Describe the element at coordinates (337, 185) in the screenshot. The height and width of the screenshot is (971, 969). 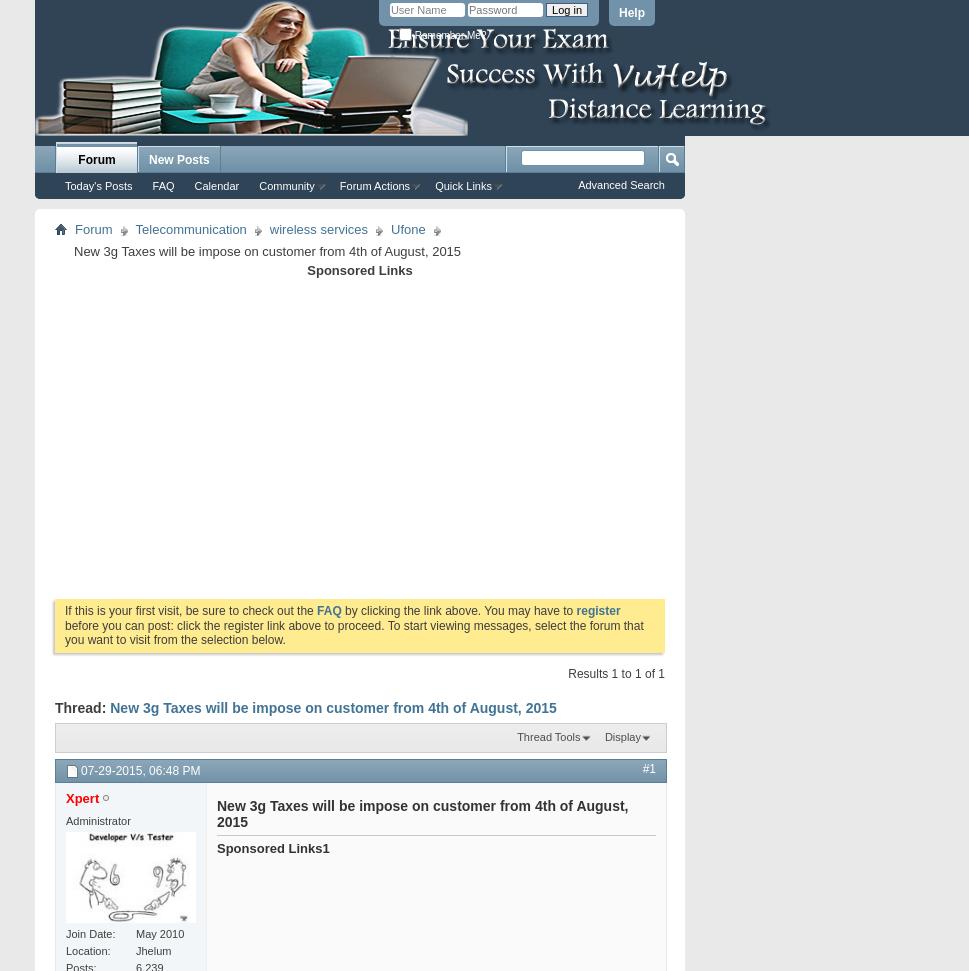
I see `'Forum Actions'` at that location.